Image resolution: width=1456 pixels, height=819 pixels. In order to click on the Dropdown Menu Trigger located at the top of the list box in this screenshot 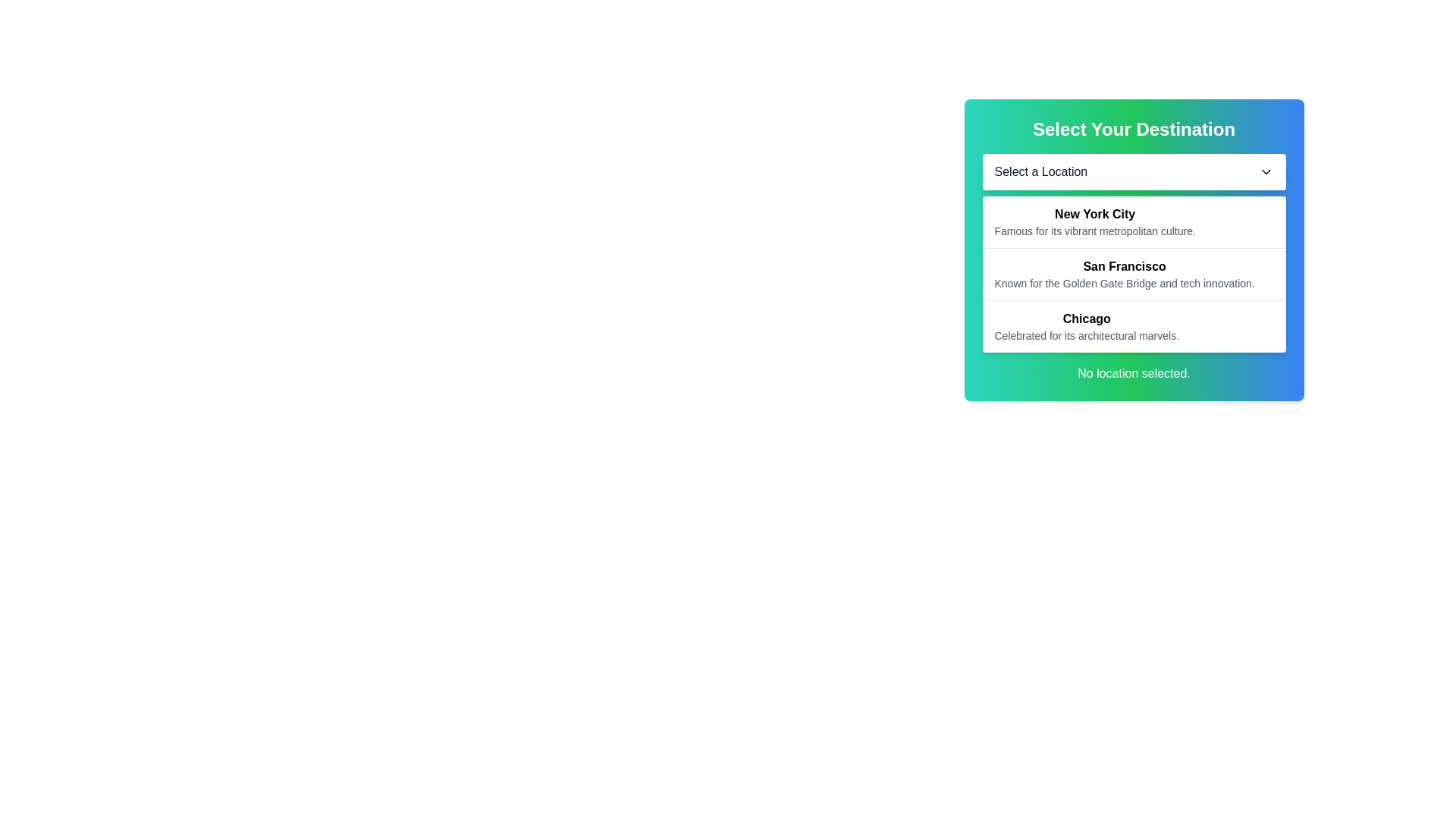, I will do `click(1134, 171)`.